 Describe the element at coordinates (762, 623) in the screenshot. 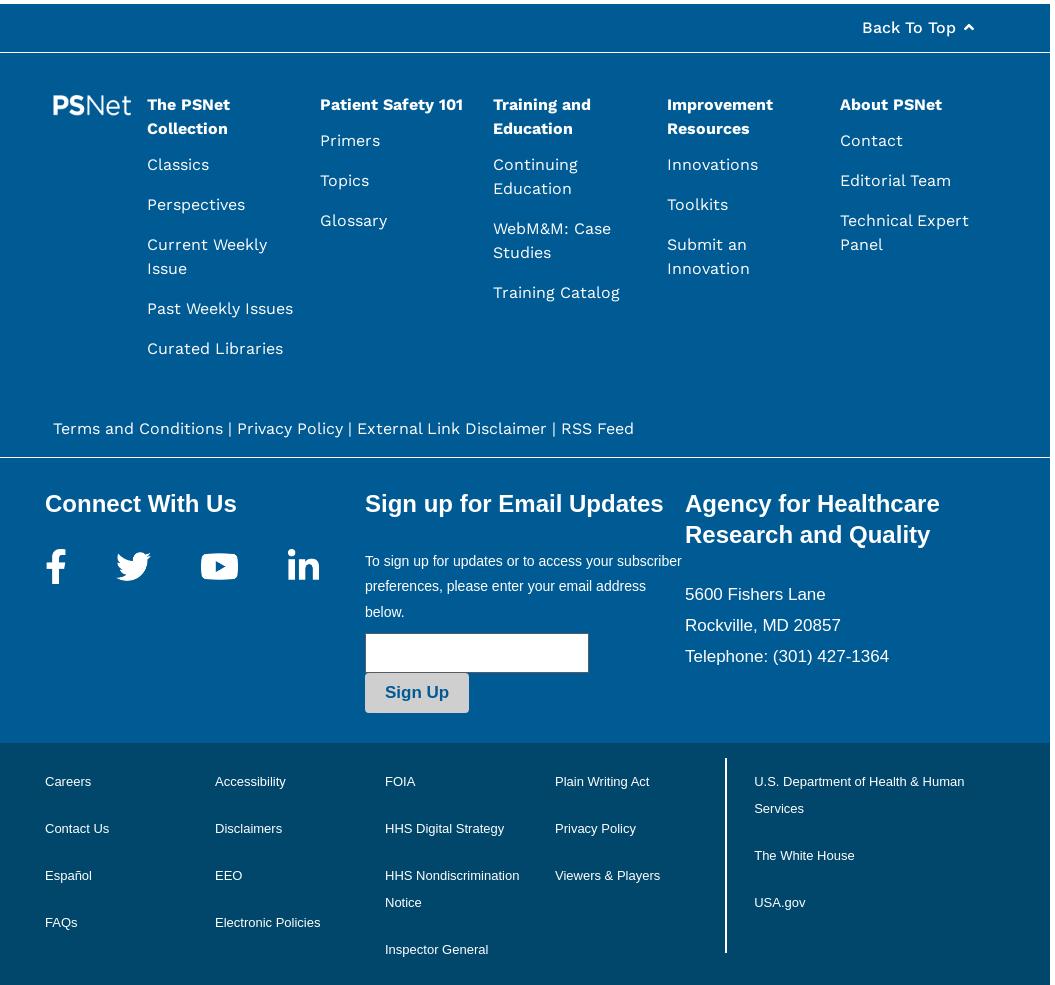

I see `'Rockville, MD 20857'` at that location.